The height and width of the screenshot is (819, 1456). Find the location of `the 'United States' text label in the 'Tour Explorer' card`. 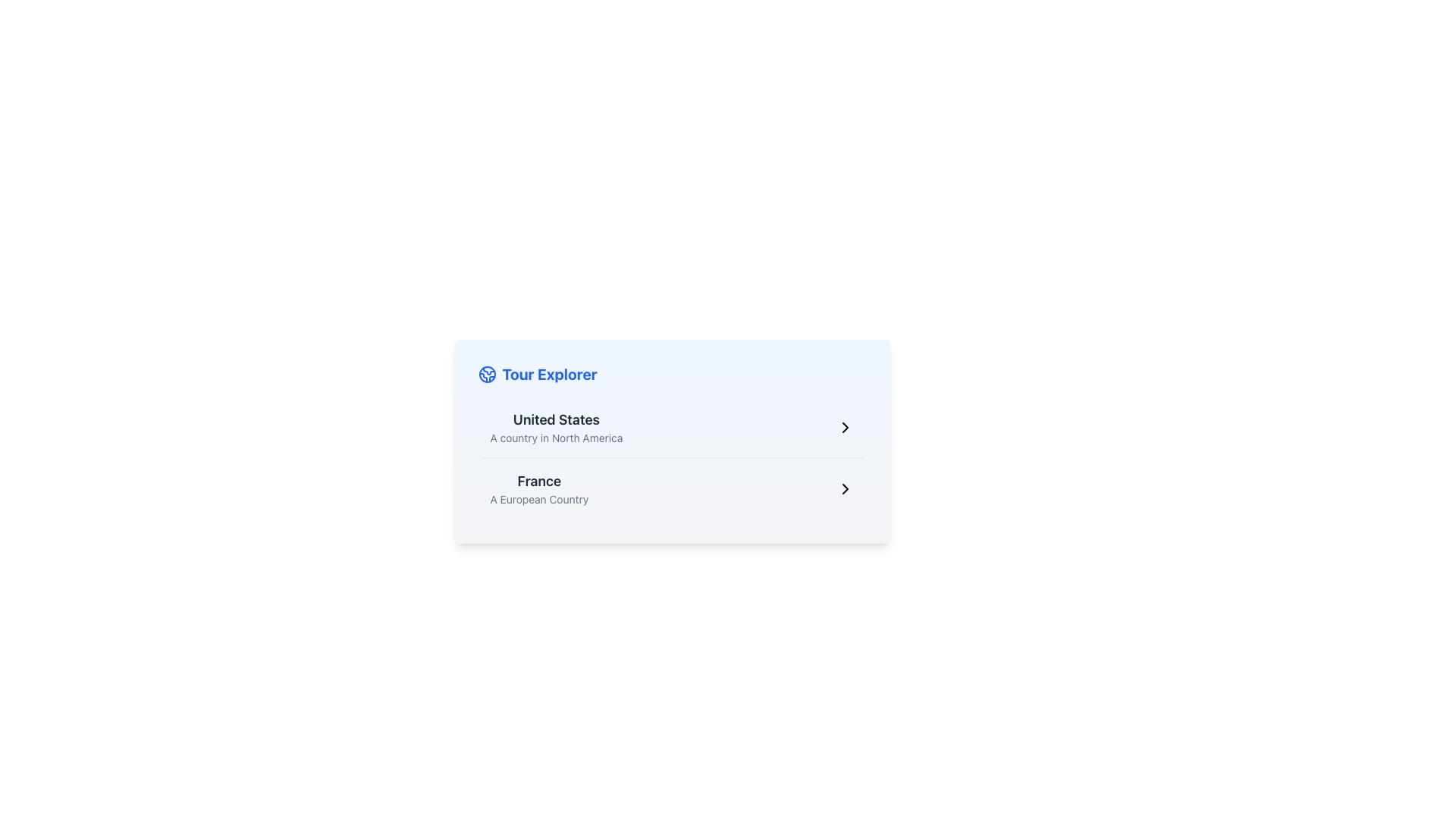

the 'United States' text label in the 'Tour Explorer' card is located at coordinates (556, 420).